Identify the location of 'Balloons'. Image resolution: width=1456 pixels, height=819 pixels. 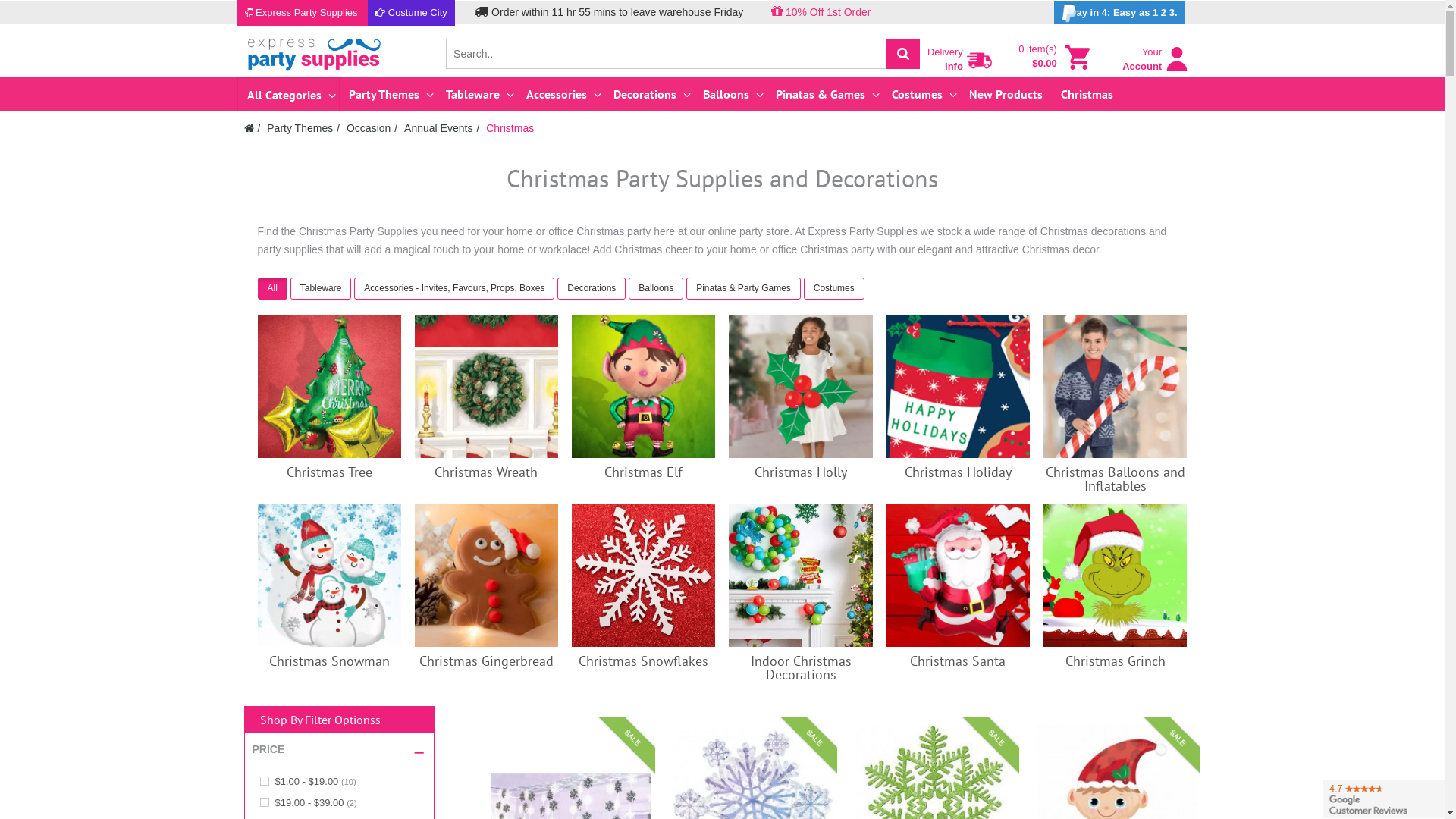
(657, 289).